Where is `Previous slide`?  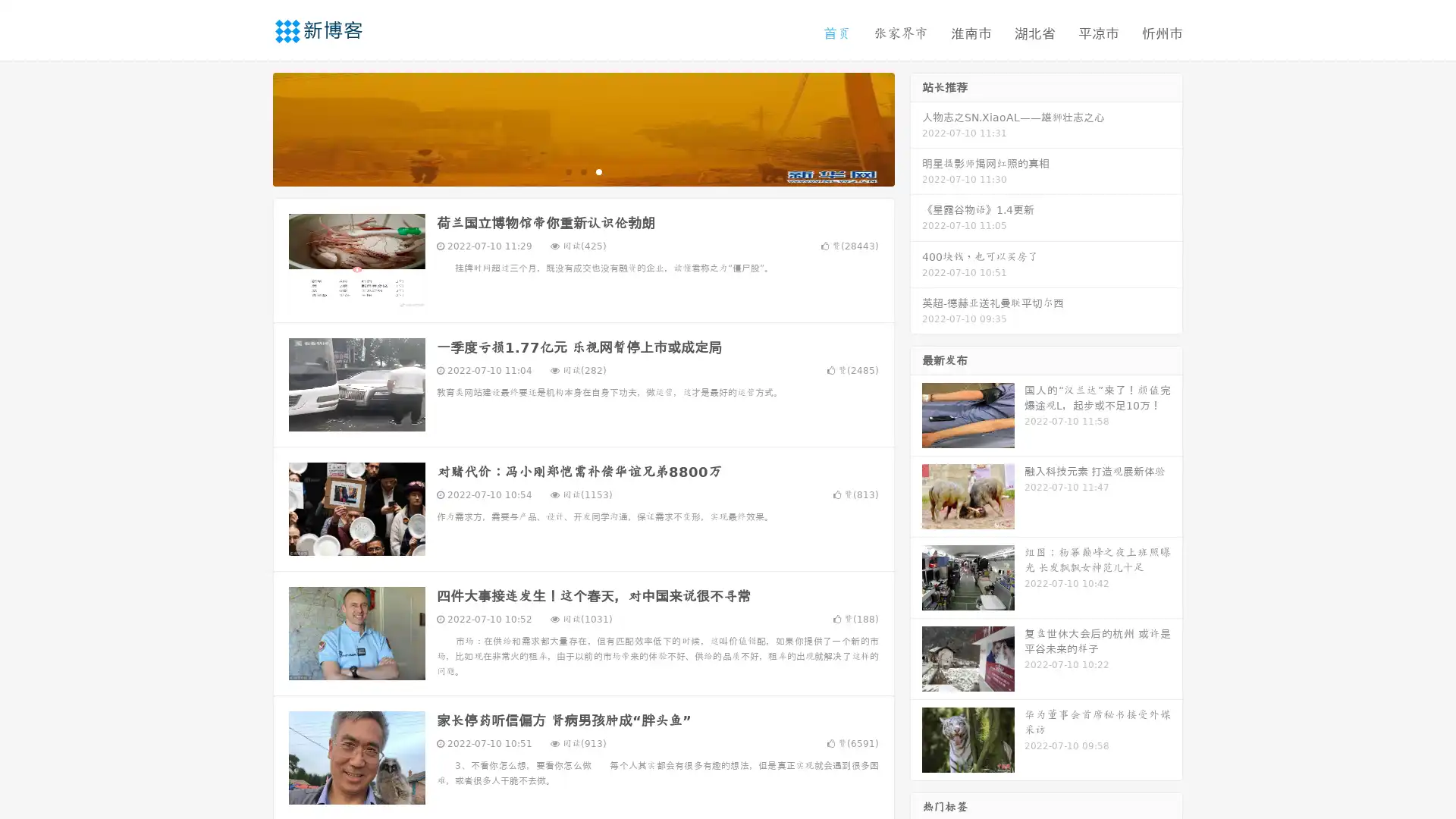 Previous slide is located at coordinates (250, 127).